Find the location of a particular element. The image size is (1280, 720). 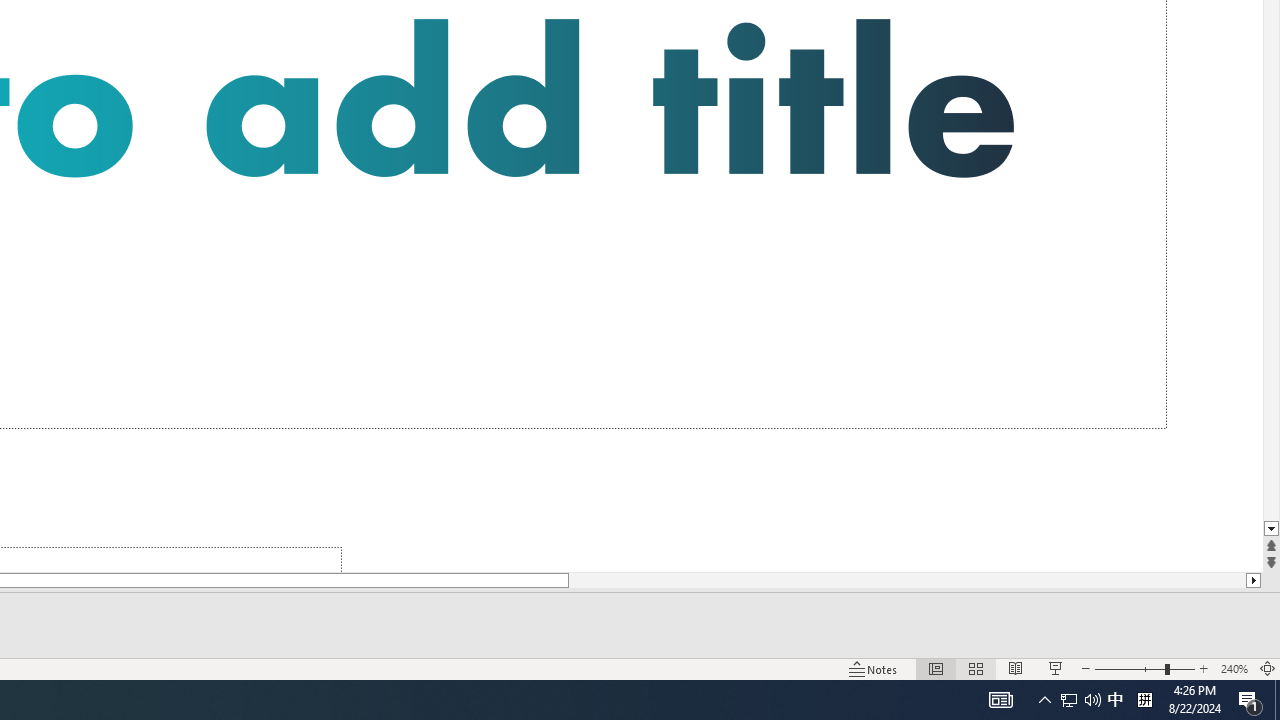

'Zoom' is located at coordinates (1144, 669).